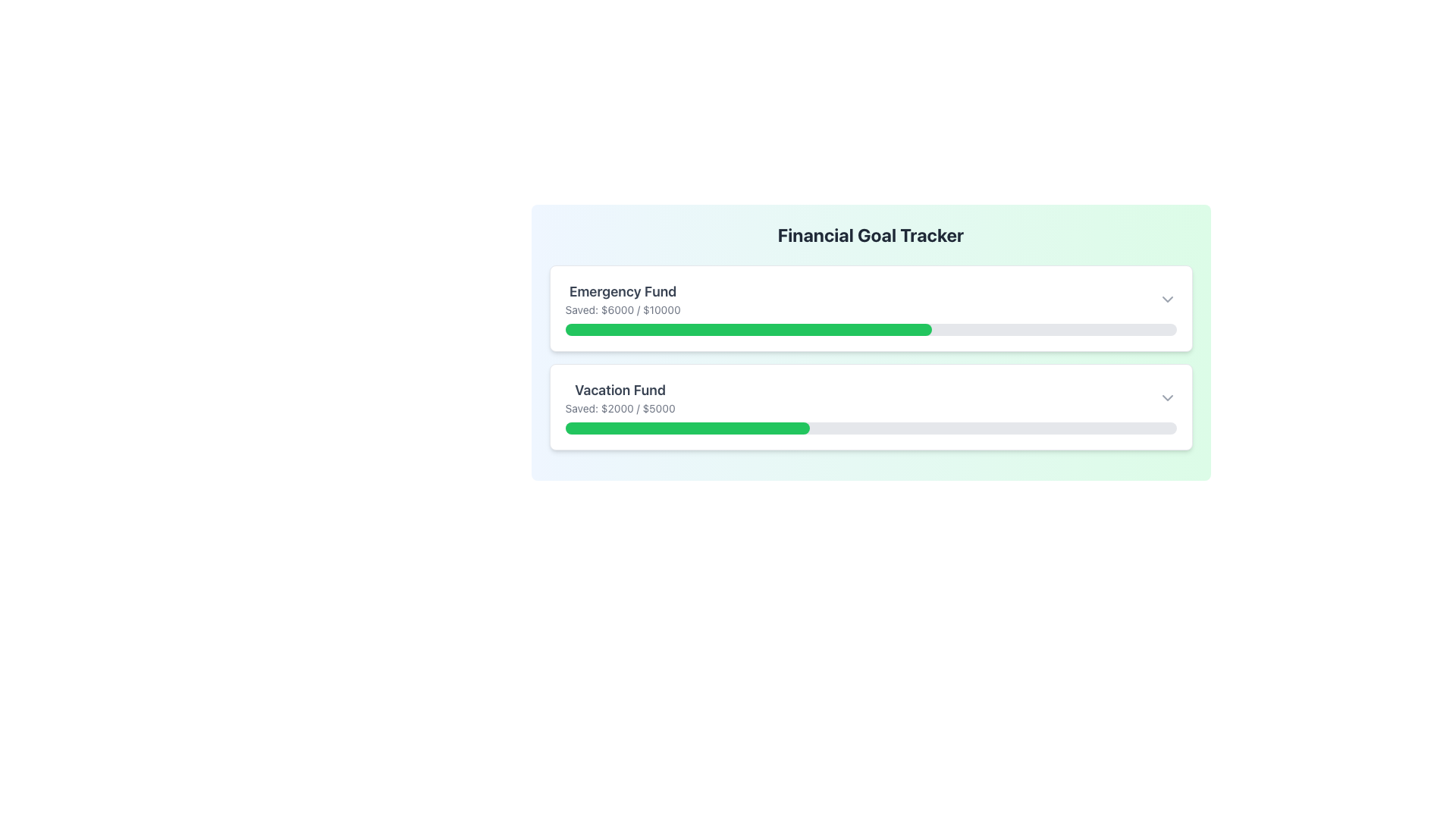  What do you see at coordinates (871, 329) in the screenshot?
I see `the progress bar element located within the 'Emergency Fund' card in the 'Financial Goal Tracker' interface, which visually represents the progress towards a financial goal` at bounding box center [871, 329].